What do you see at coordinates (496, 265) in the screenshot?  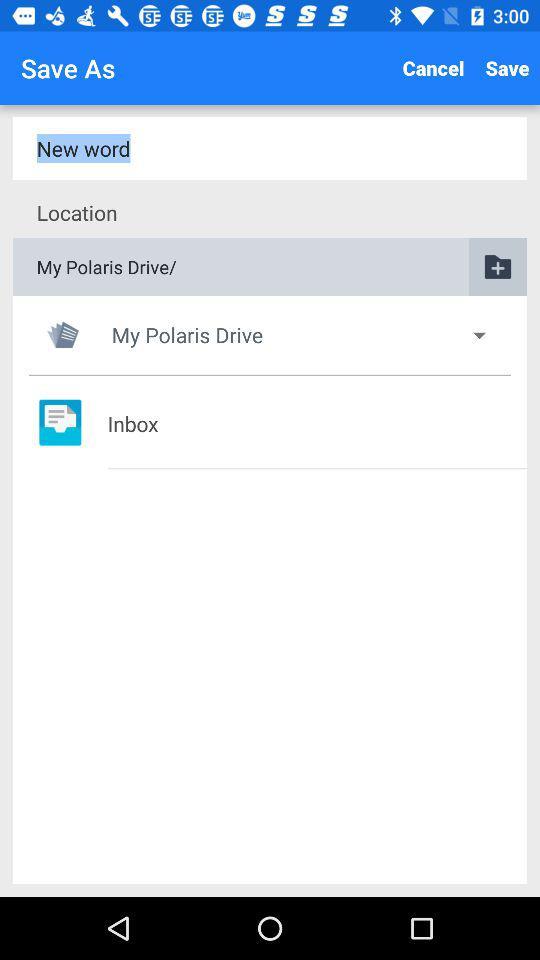 I see `the folder icon` at bounding box center [496, 265].